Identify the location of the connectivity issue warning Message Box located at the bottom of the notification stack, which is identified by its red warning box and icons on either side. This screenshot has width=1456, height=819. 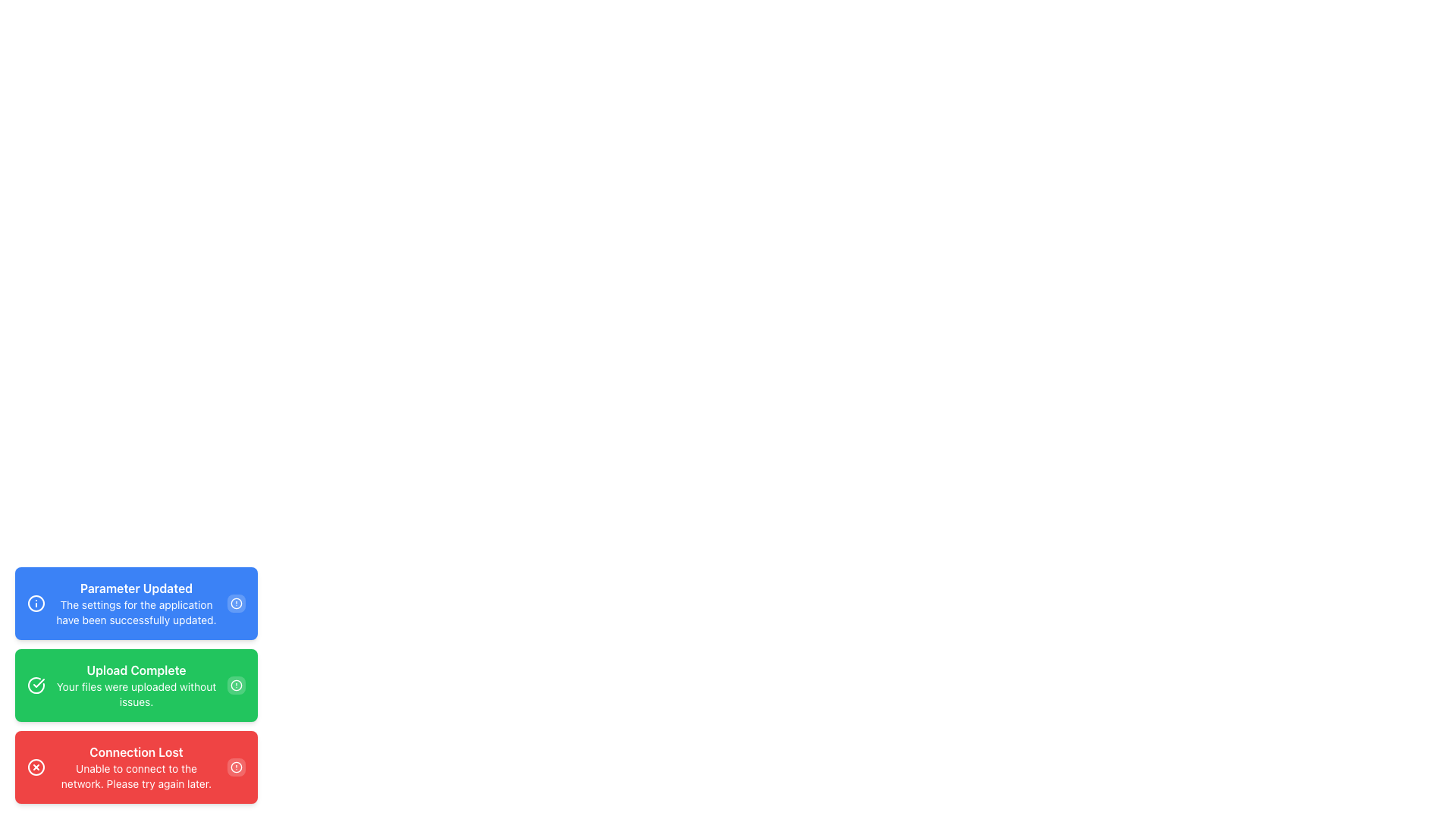
(136, 767).